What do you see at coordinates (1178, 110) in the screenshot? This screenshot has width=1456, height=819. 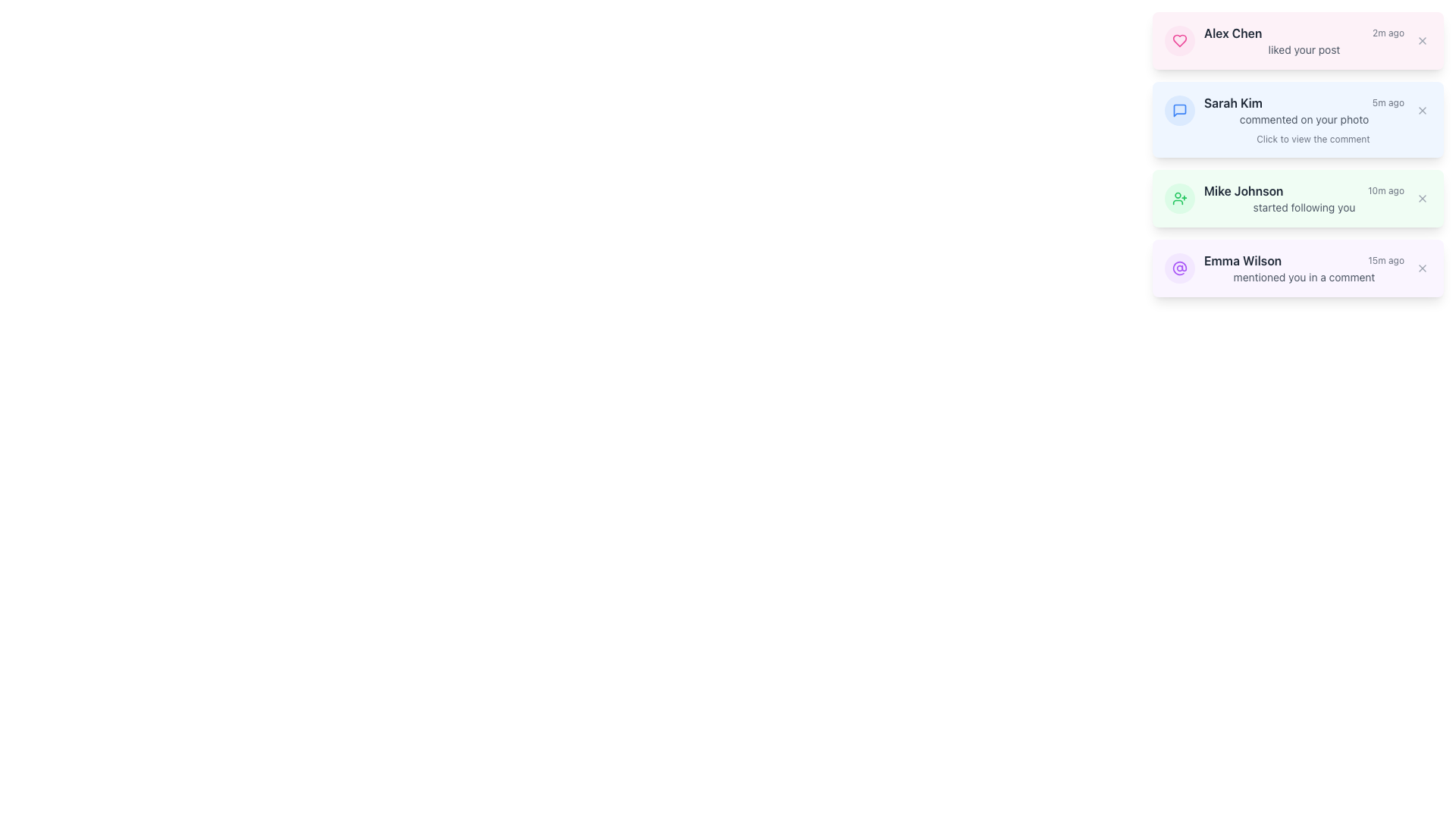 I see `the comment icon located to the left of the notification for 'Sarah Kim', the second notification from the top, to recognize the type of notification` at bounding box center [1178, 110].